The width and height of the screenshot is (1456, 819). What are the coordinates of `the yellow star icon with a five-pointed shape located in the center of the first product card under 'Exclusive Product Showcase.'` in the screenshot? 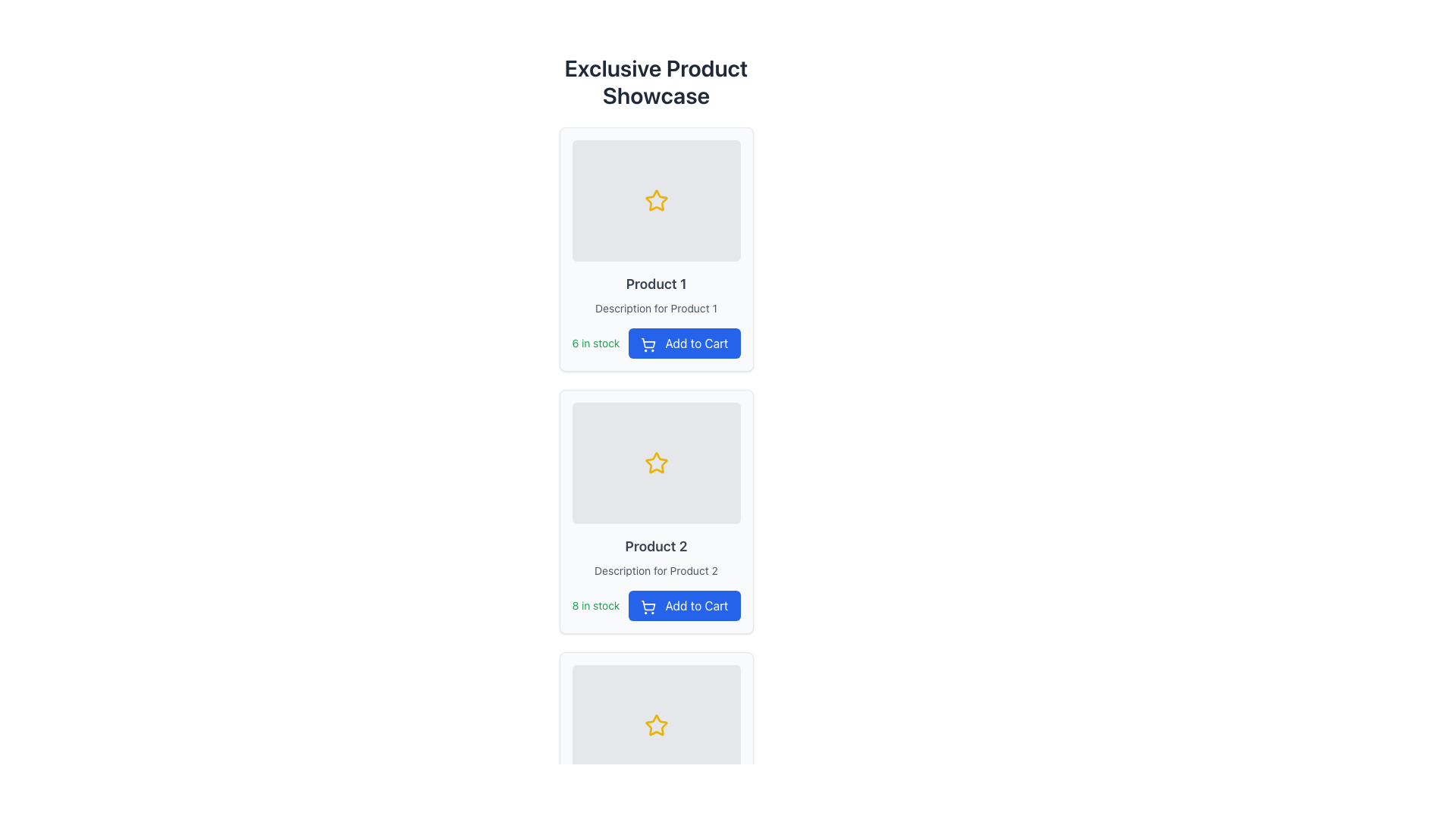 It's located at (656, 199).